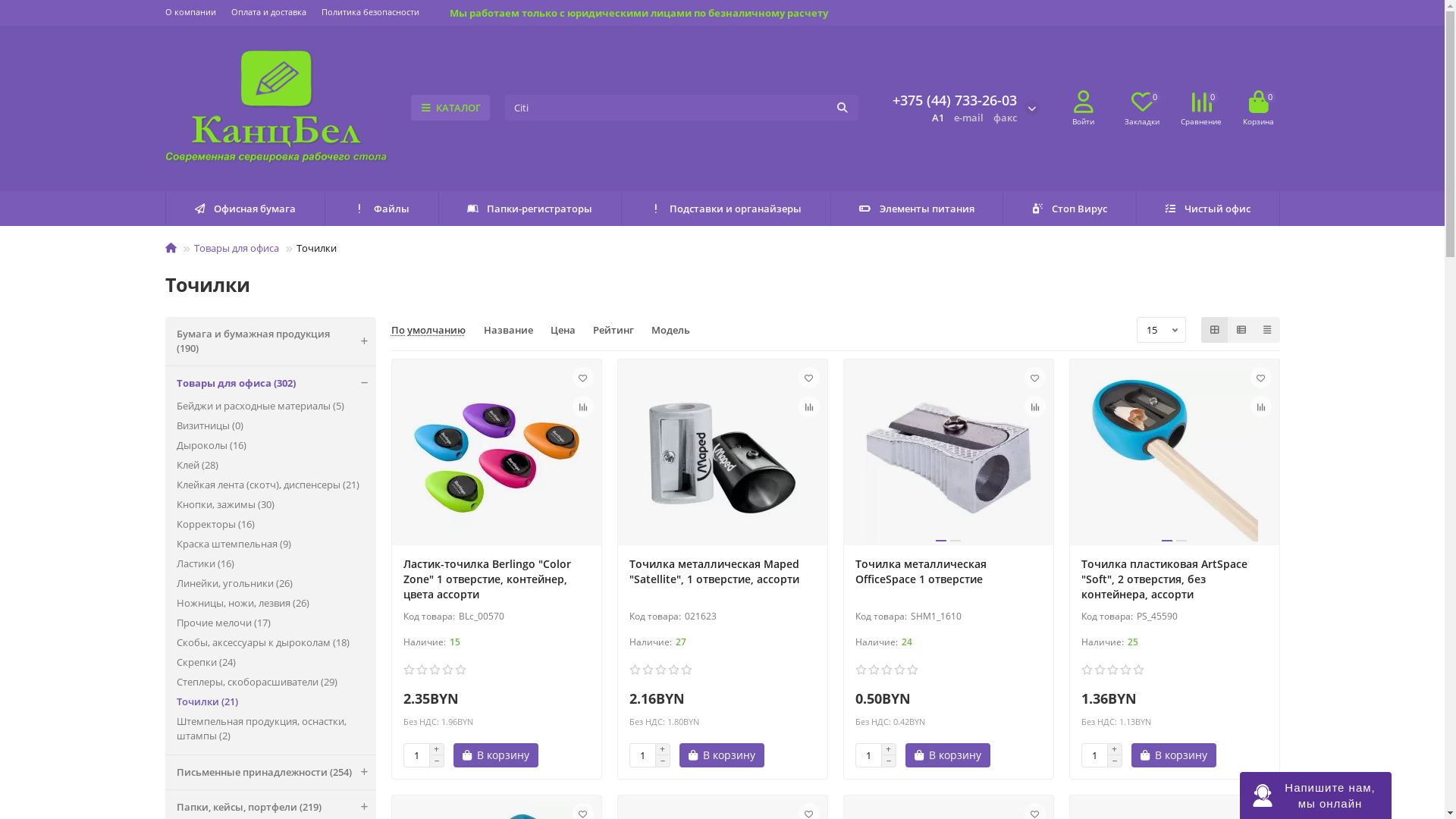  Describe the element at coordinates (952, 99) in the screenshot. I see `'+375 (44) 733-26-03'` at that location.